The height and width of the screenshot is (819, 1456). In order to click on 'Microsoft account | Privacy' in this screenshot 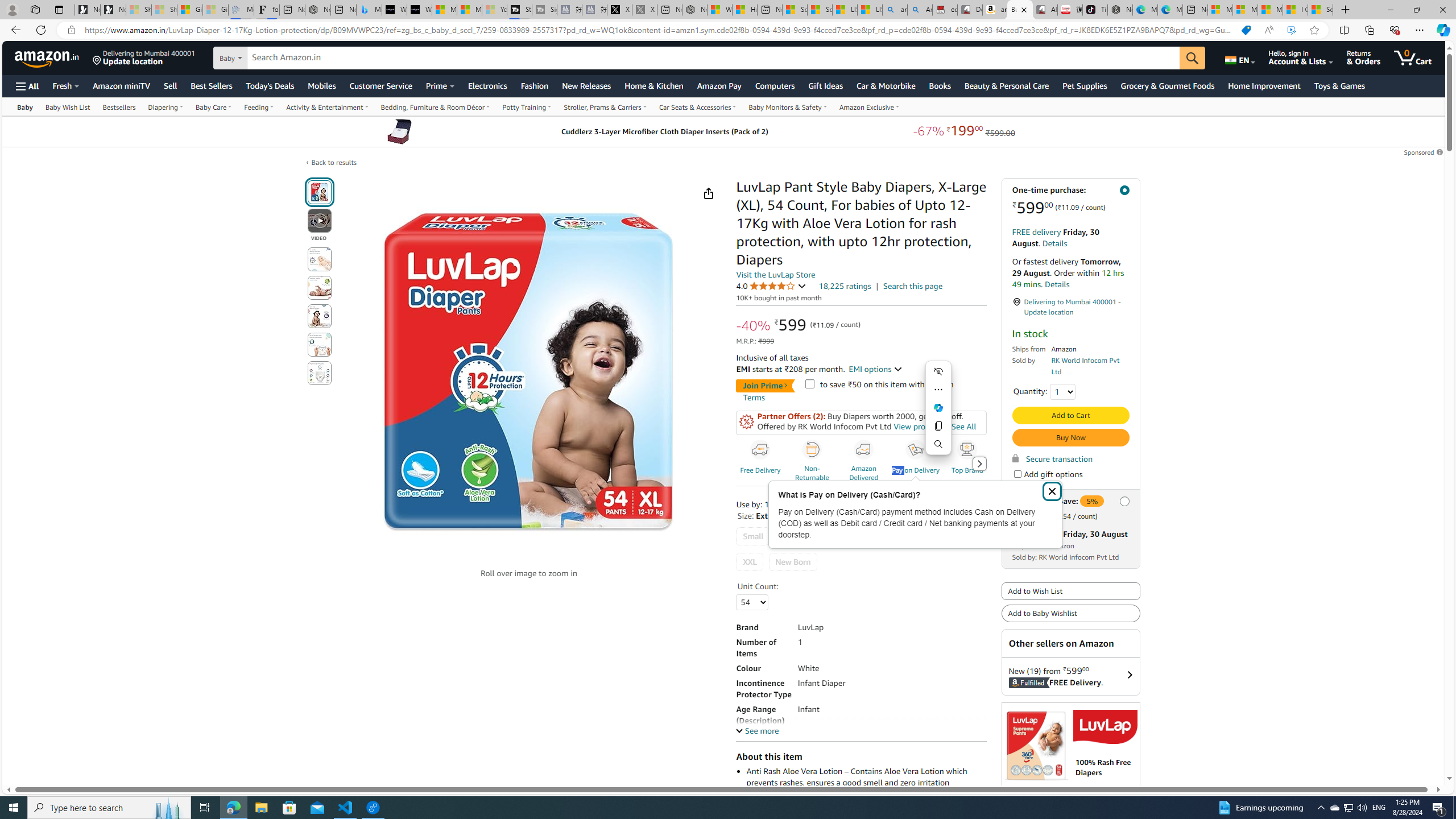, I will do `click(1244, 9)`.